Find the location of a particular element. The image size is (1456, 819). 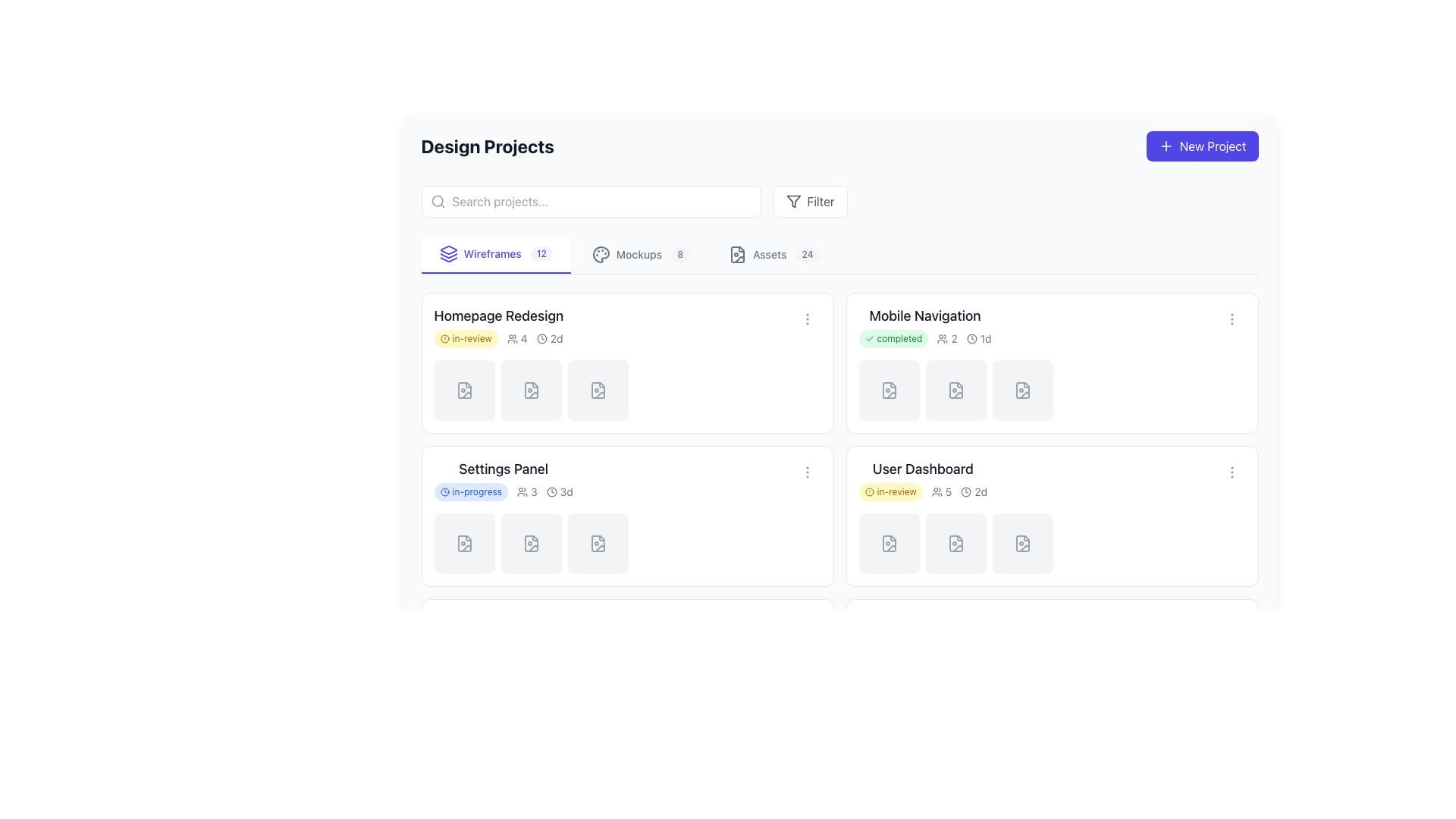

the search icon located on the left edge of the search input box, which signifies the search capability of the adjacent text input field is located at coordinates (437, 201).